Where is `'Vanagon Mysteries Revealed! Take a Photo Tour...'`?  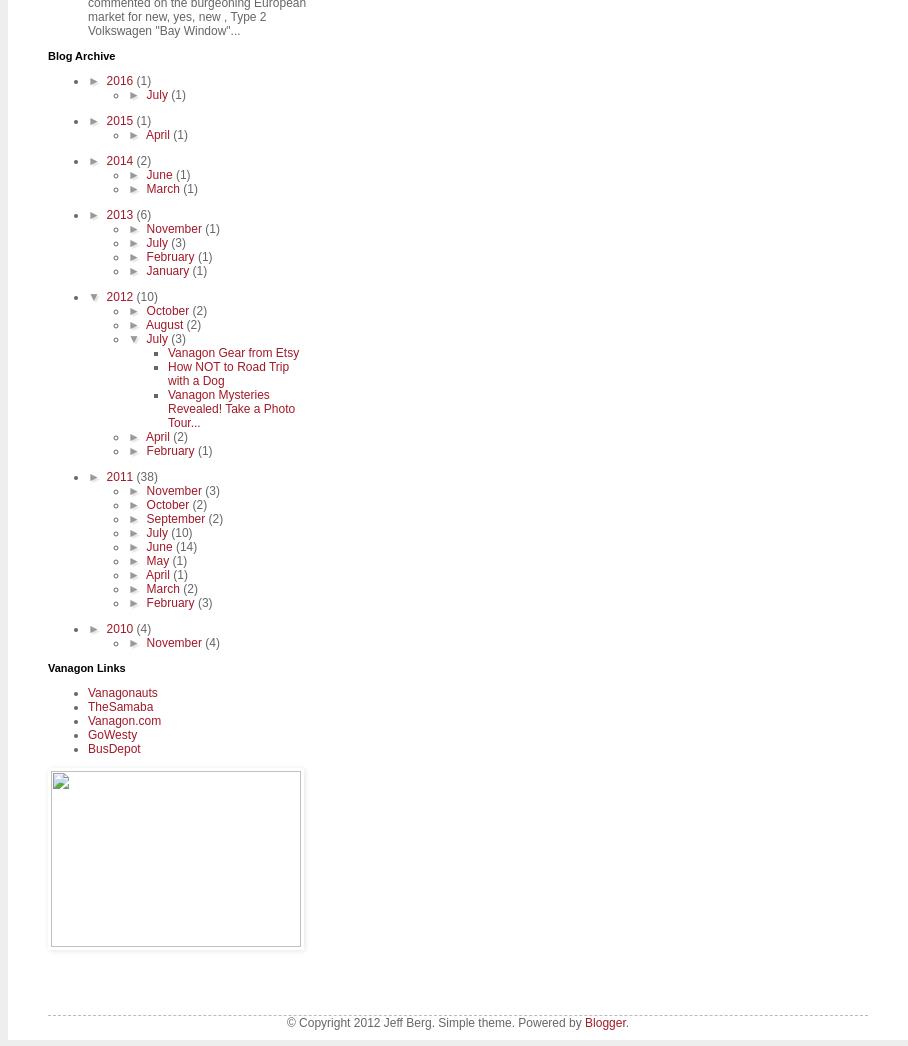
'Vanagon Mysteries Revealed! Take a Photo Tour...' is located at coordinates (166, 408).